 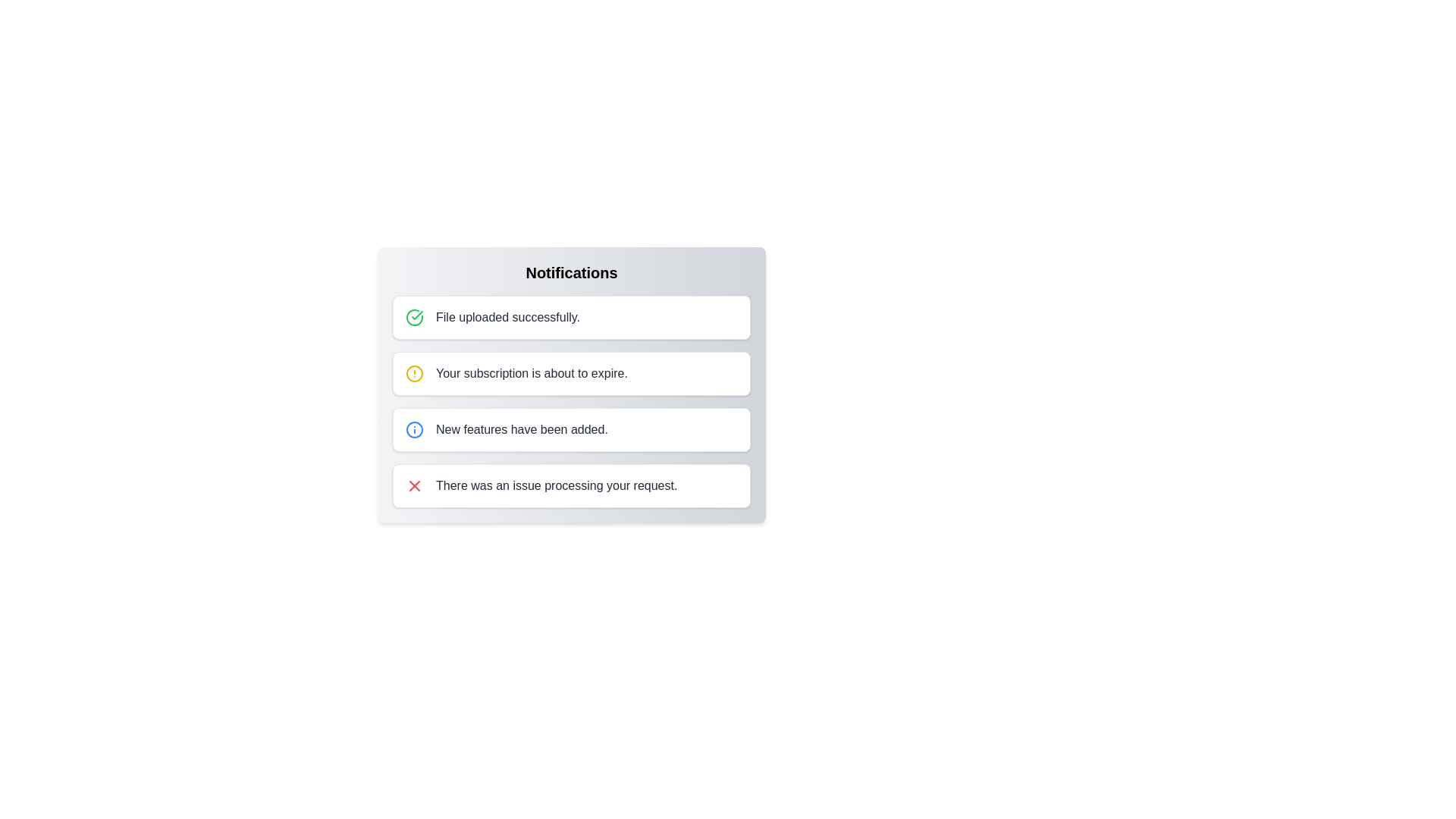 I want to click on the alert icon located to the left of the notification text 'Your subscription is about to expire.' within the notification card, so click(x=415, y=374).